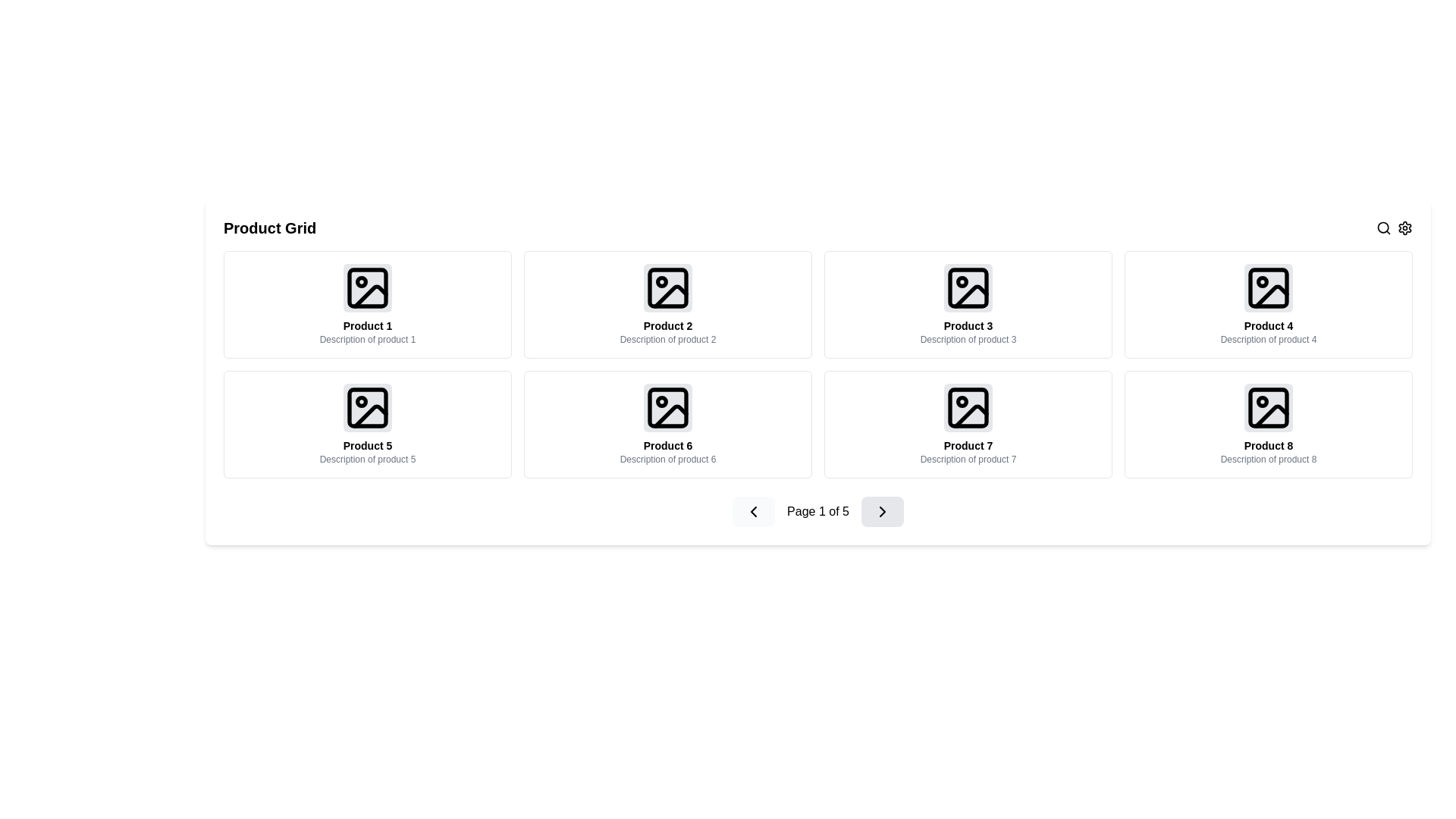 The width and height of the screenshot is (1456, 819). I want to click on the stylistic visual element in the image icon for 'Product 1', located in the top-left corner cell of the grid layout, so click(371, 296).